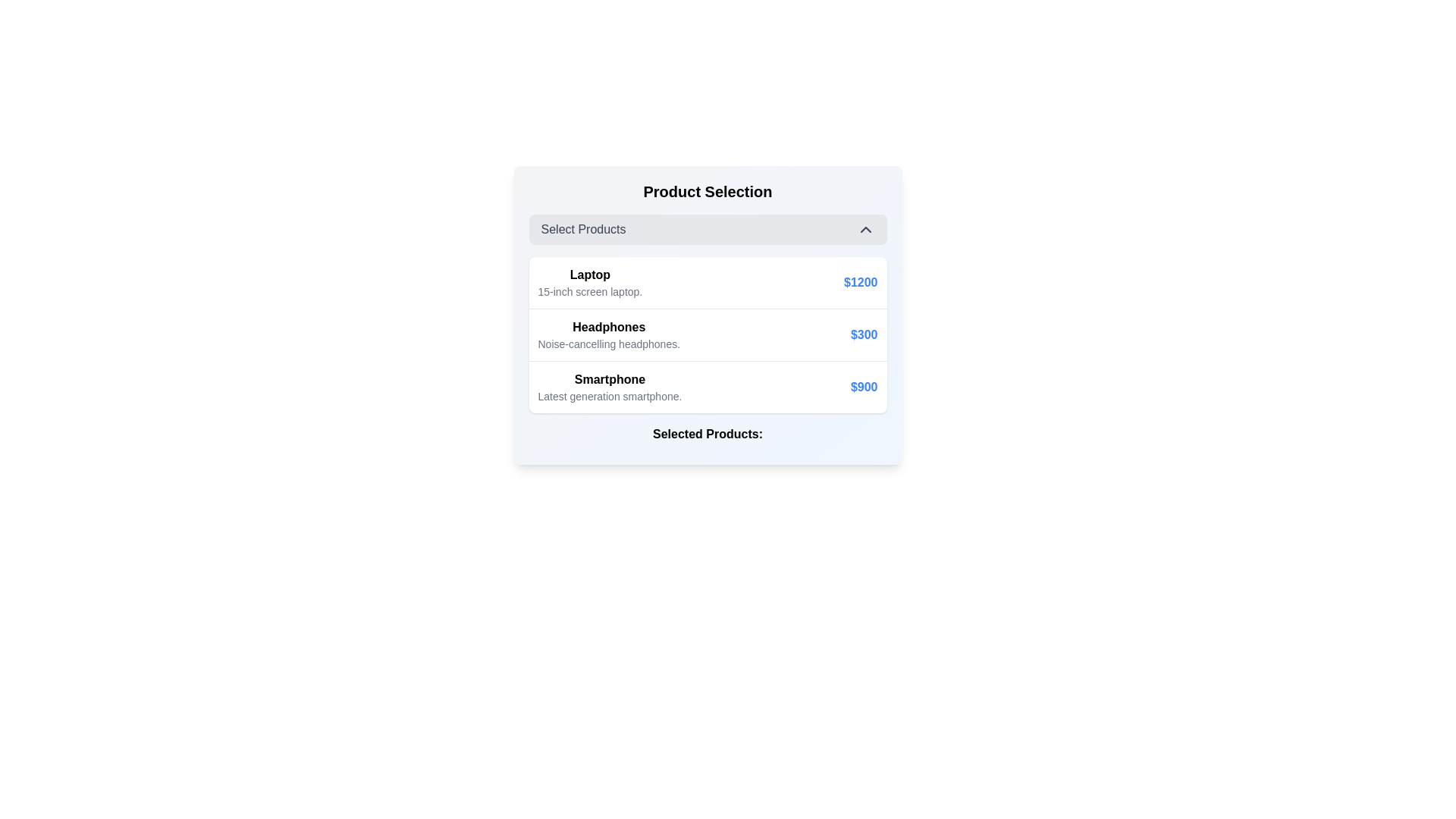 Image resolution: width=1456 pixels, height=819 pixels. I want to click on the static text providing descriptive information about the product 'Headphones' indicating its key feature of noise-cancellation, located below the 'Headphones' title in the product list, so click(609, 344).